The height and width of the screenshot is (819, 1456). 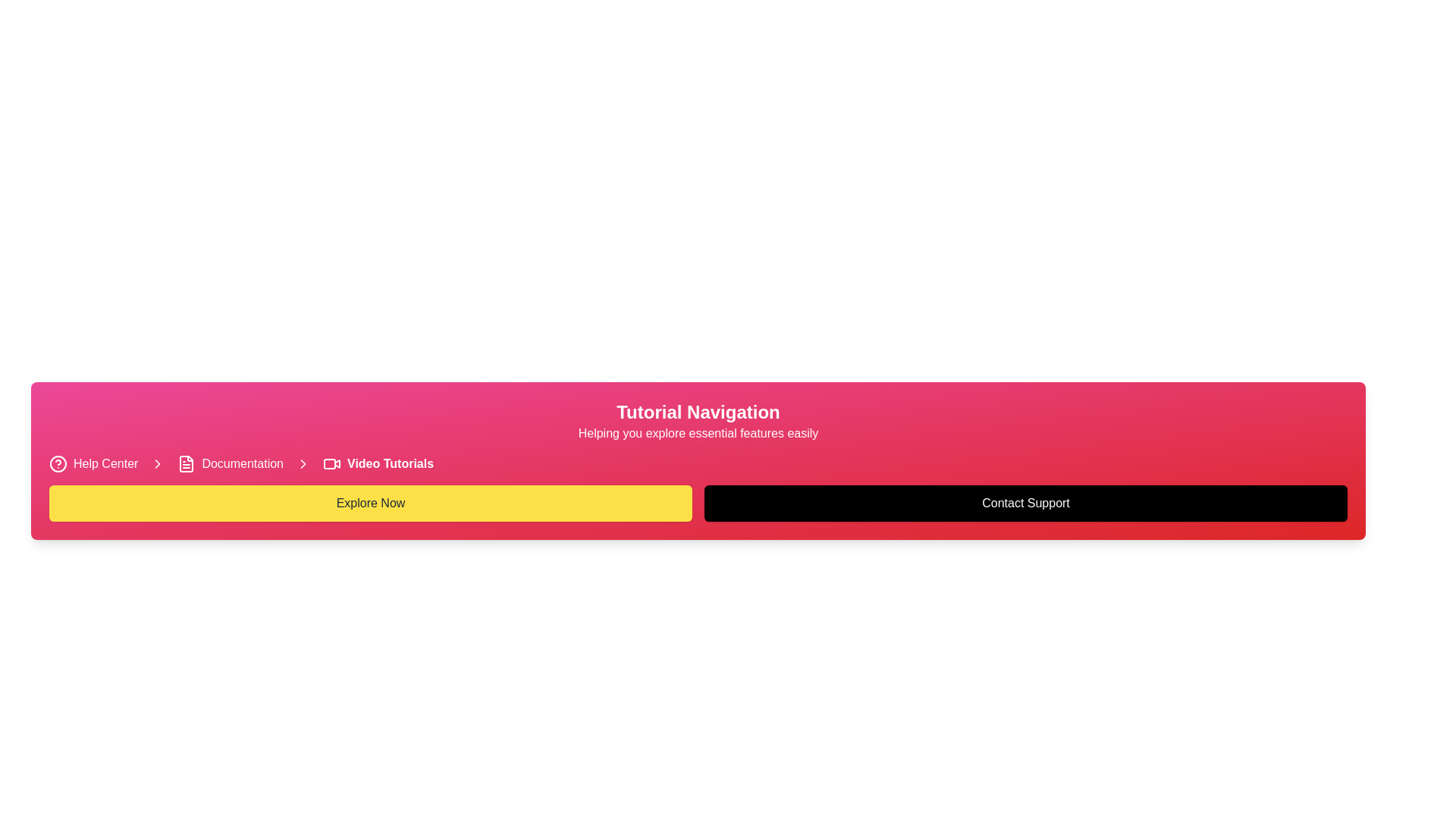 I want to click on the 'Video Tutorials' text label in the breadcrumb navigation bar, which is located to the right of the video icon and follows other breadcrumbs like 'Documentation' and 'Help Center', so click(x=391, y=463).